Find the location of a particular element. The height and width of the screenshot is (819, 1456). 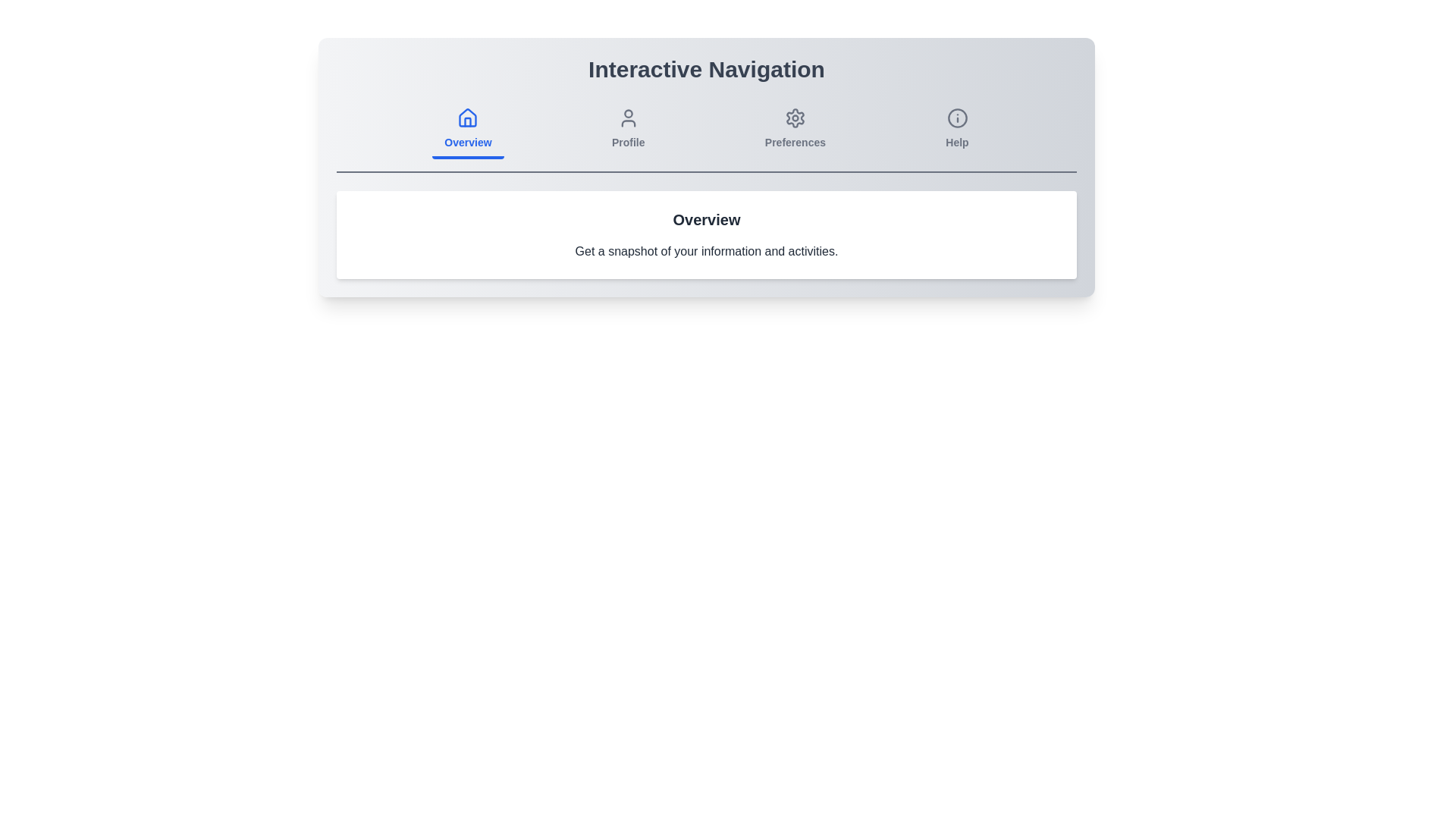

the tab labeled Help to inspect its content and layout is located at coordinates (956, 130).